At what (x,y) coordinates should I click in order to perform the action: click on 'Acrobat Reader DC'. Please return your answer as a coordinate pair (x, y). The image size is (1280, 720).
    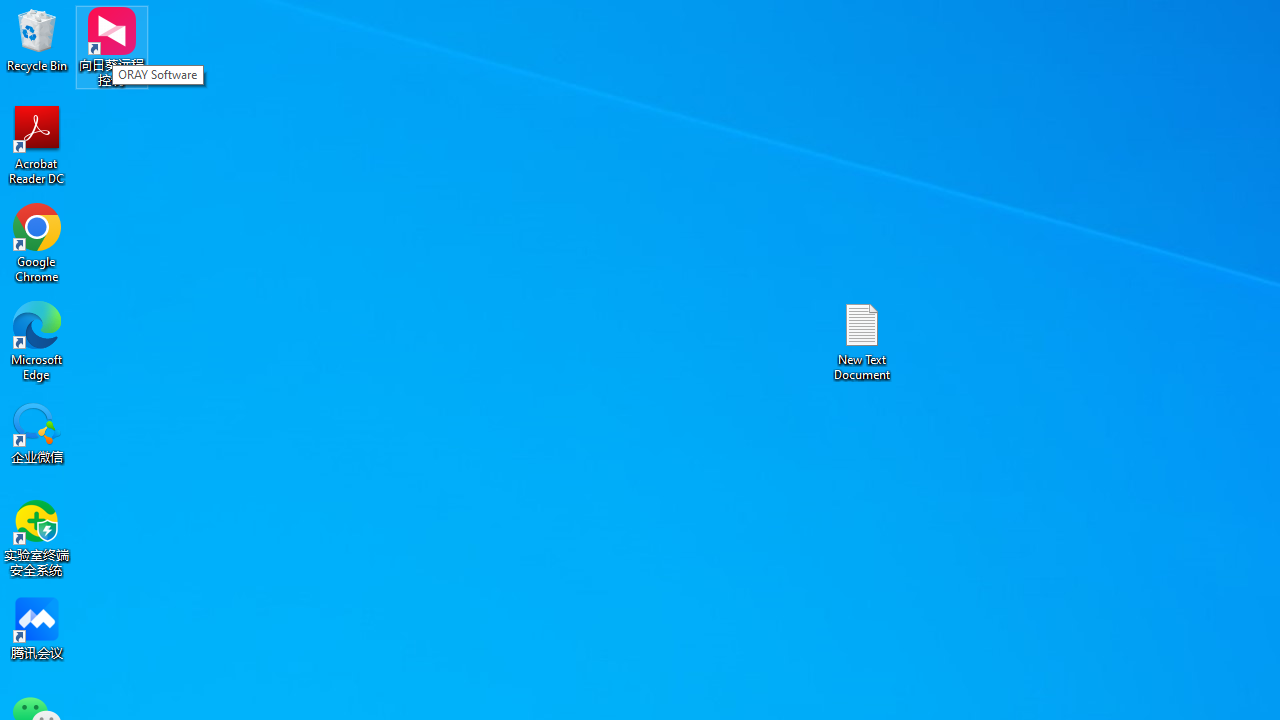
    Looking at the image, I should click on (37, 144).